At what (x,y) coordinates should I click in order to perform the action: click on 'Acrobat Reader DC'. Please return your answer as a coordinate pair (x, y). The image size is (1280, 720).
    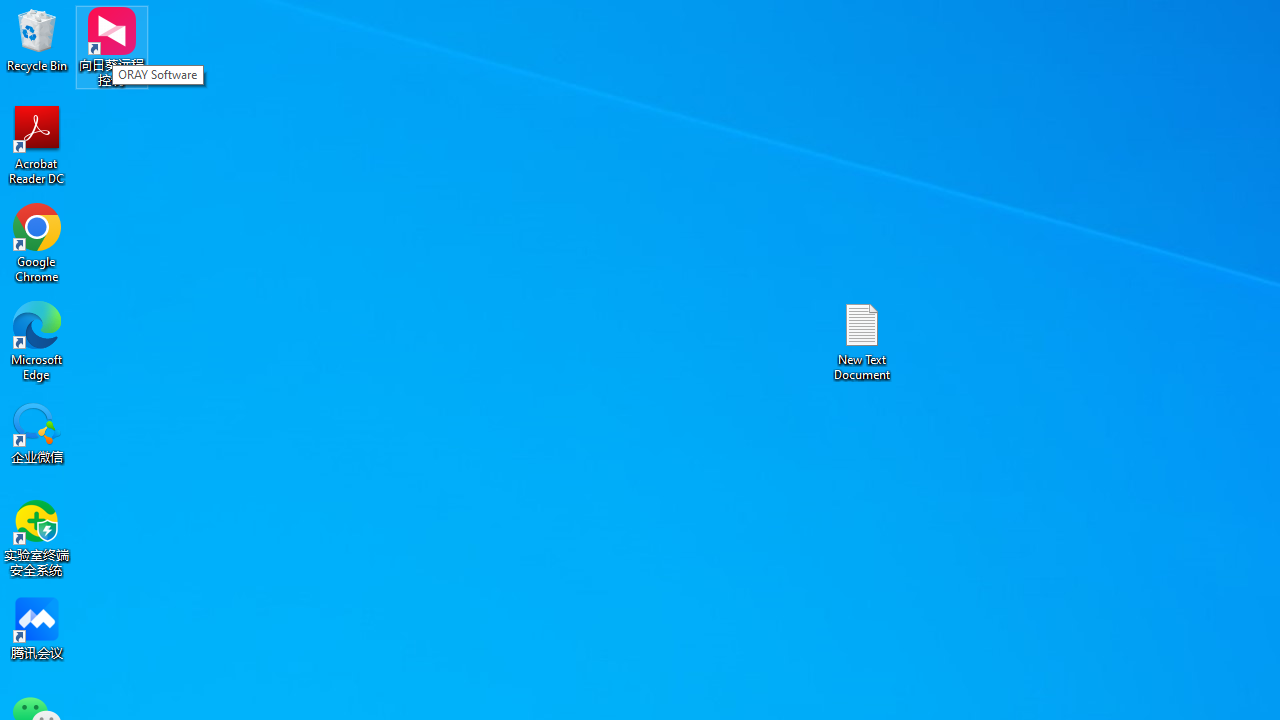
    Looking at the image, I should click on (37, 144).